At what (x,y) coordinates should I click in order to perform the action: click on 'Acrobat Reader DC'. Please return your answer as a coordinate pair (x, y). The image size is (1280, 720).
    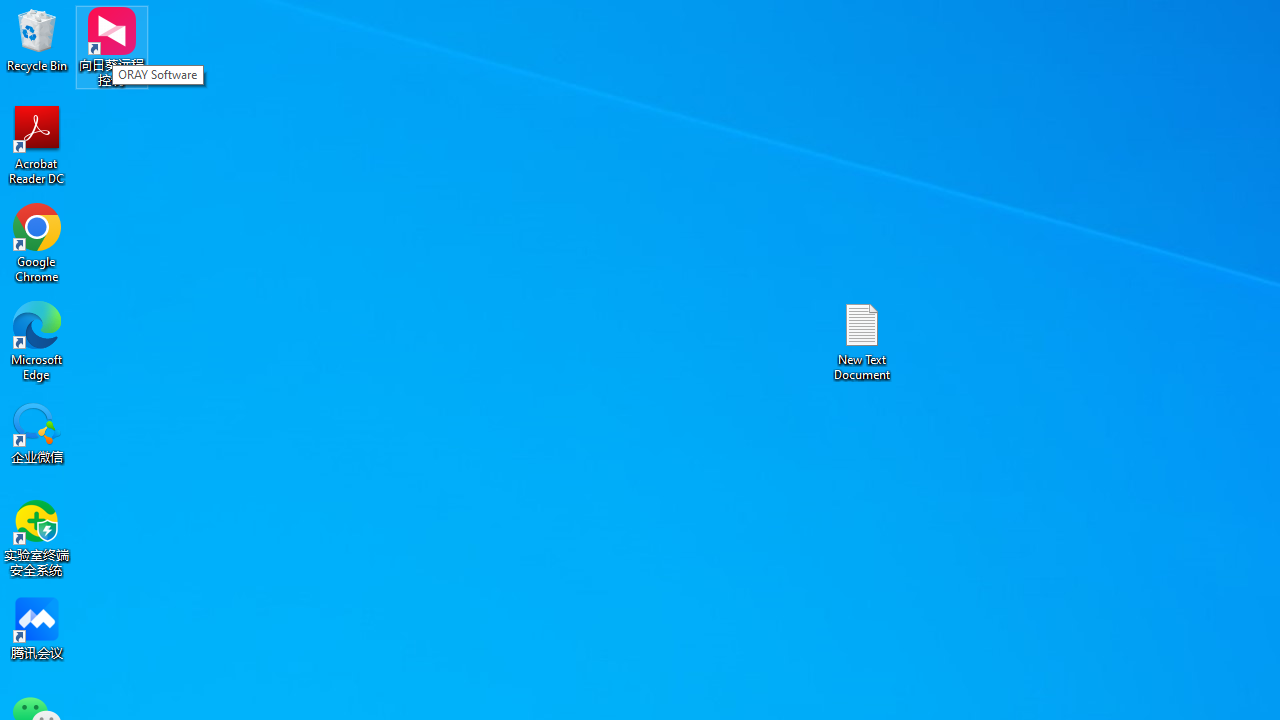
    Looking at the image, I should click on (37, 144).